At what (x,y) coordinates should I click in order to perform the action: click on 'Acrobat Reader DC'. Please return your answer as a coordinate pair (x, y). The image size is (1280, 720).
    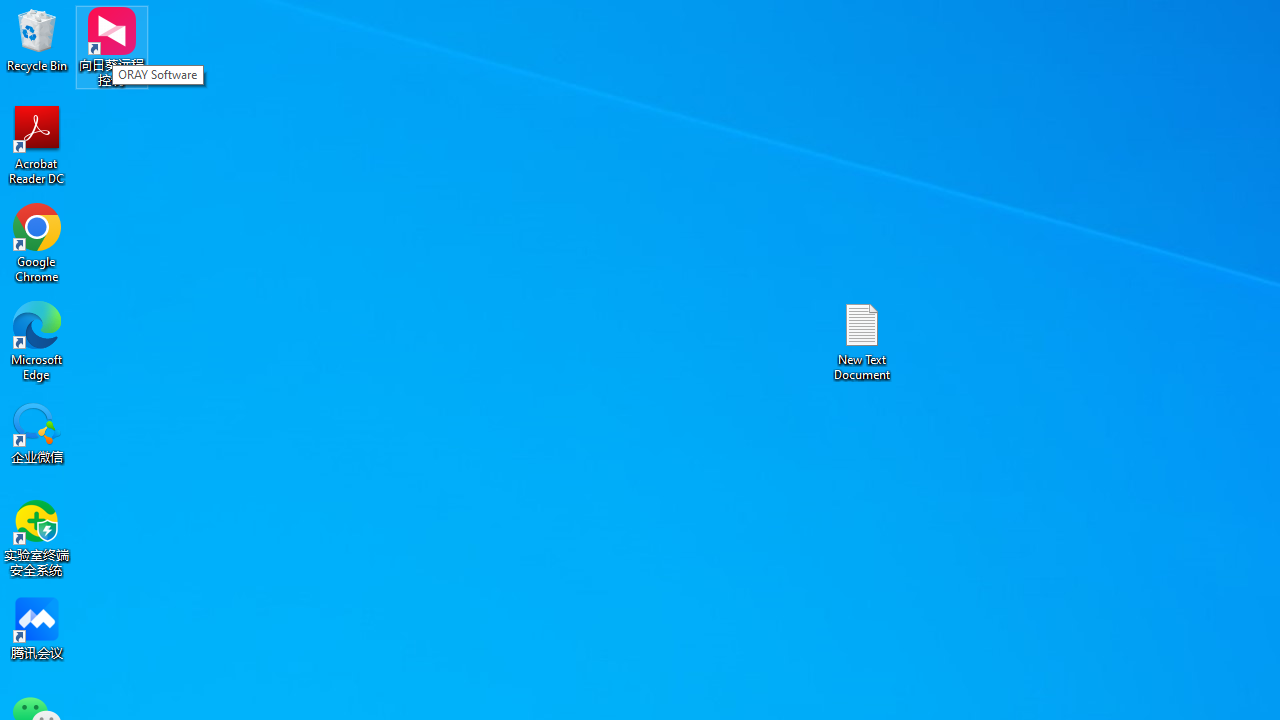
    Looking at the image, I should click on (37, 144).